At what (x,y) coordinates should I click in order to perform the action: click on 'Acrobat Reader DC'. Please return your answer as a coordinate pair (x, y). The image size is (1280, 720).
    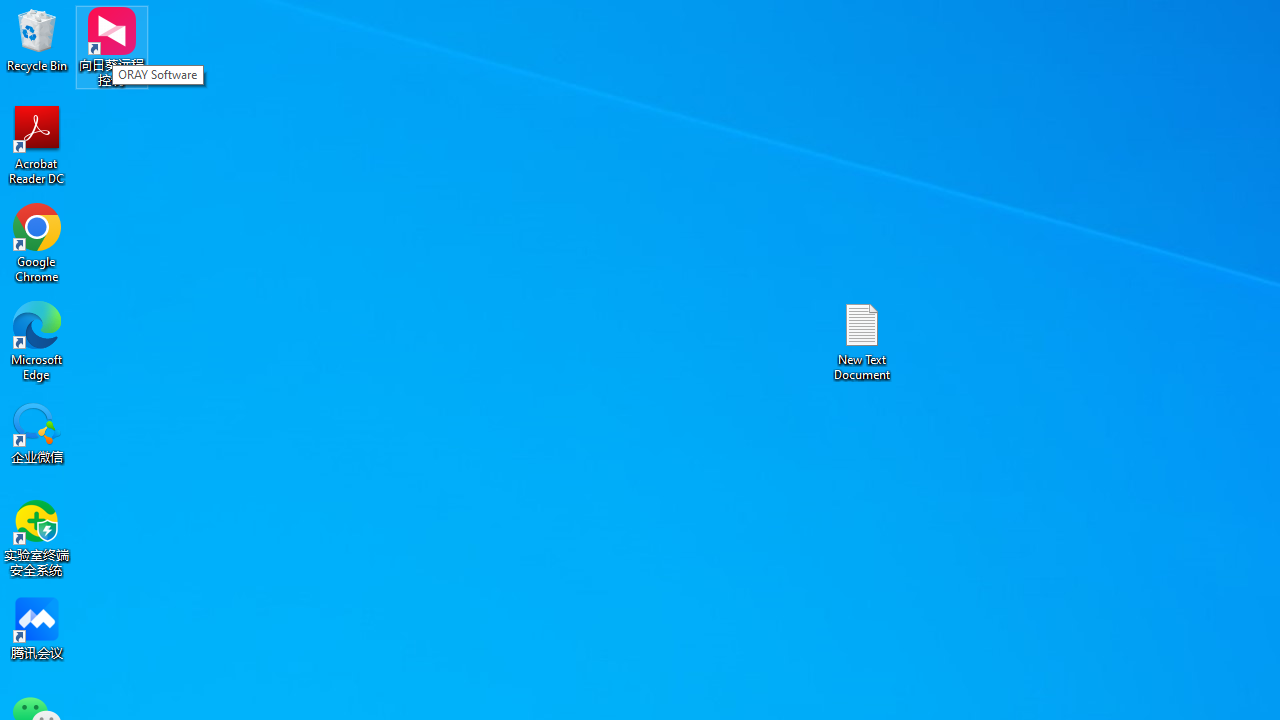
    Looking at the image, I should click on (37, 144).